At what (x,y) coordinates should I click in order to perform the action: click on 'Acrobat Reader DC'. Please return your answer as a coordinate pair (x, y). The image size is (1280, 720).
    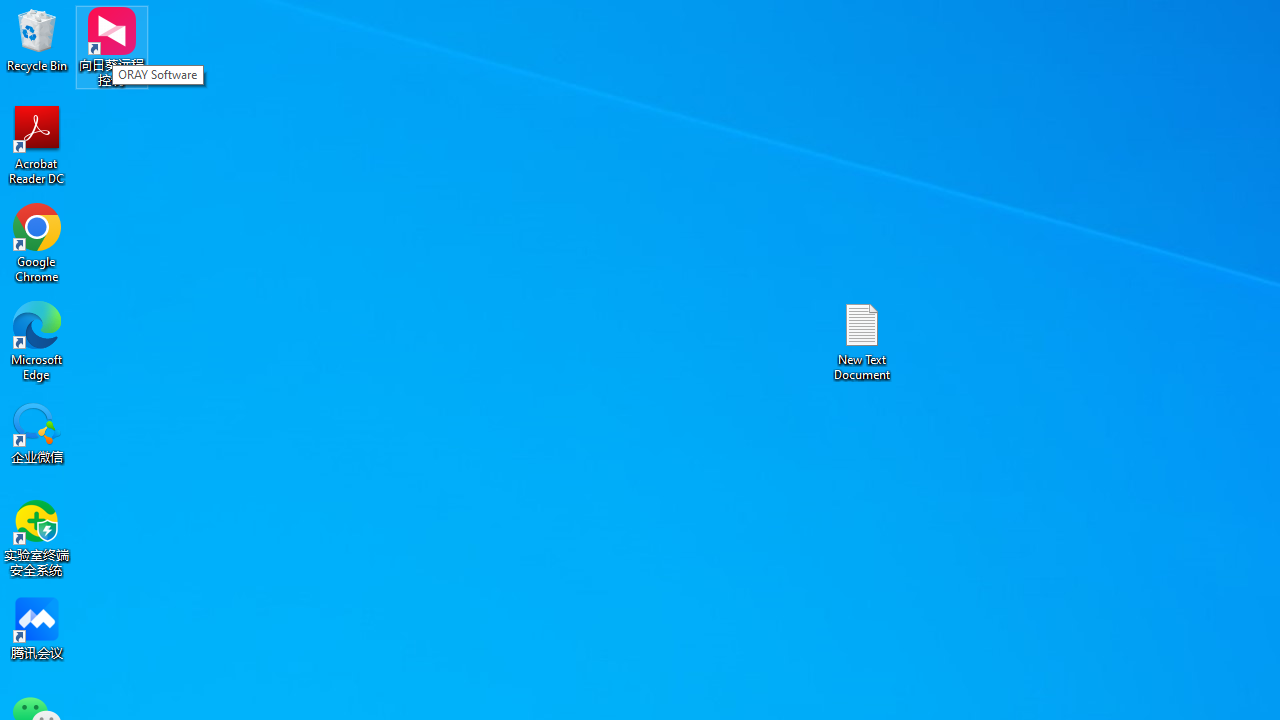
    Looking at the image, I should click on (37, 144).